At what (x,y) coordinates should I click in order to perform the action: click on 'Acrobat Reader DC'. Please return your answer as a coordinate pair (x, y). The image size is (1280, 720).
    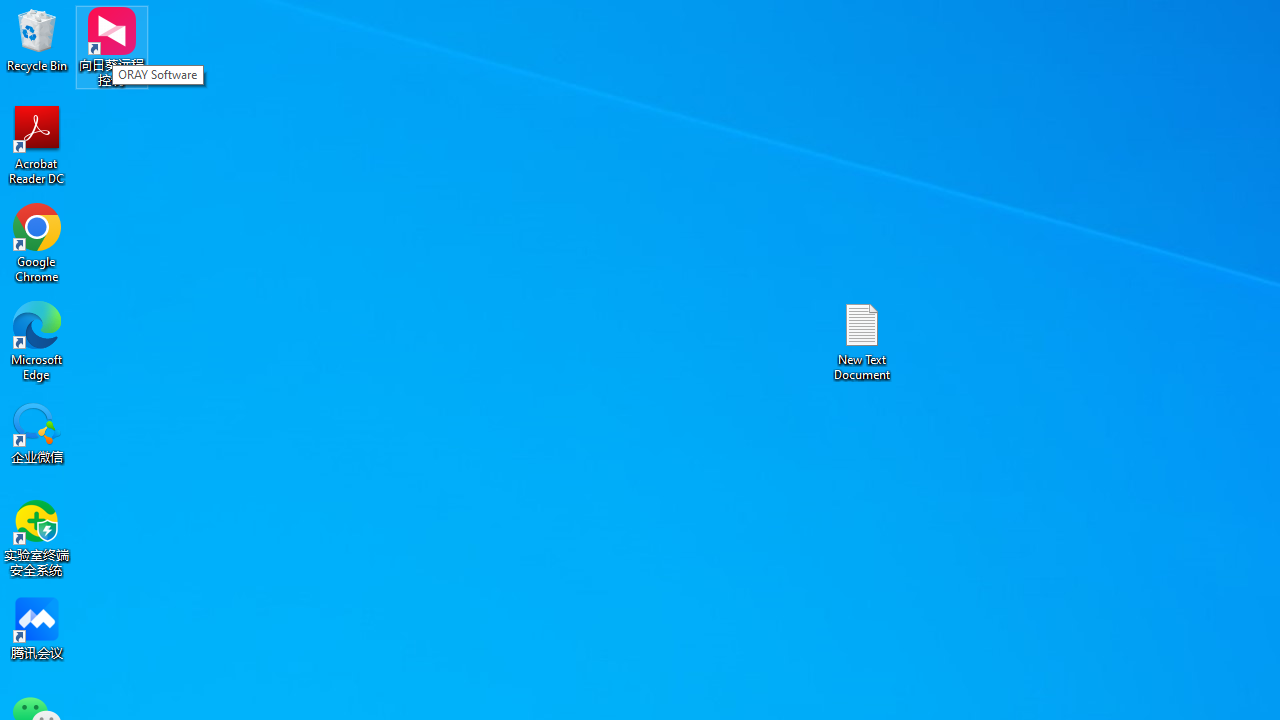
    Looking at the image, I should click on (37, 144).